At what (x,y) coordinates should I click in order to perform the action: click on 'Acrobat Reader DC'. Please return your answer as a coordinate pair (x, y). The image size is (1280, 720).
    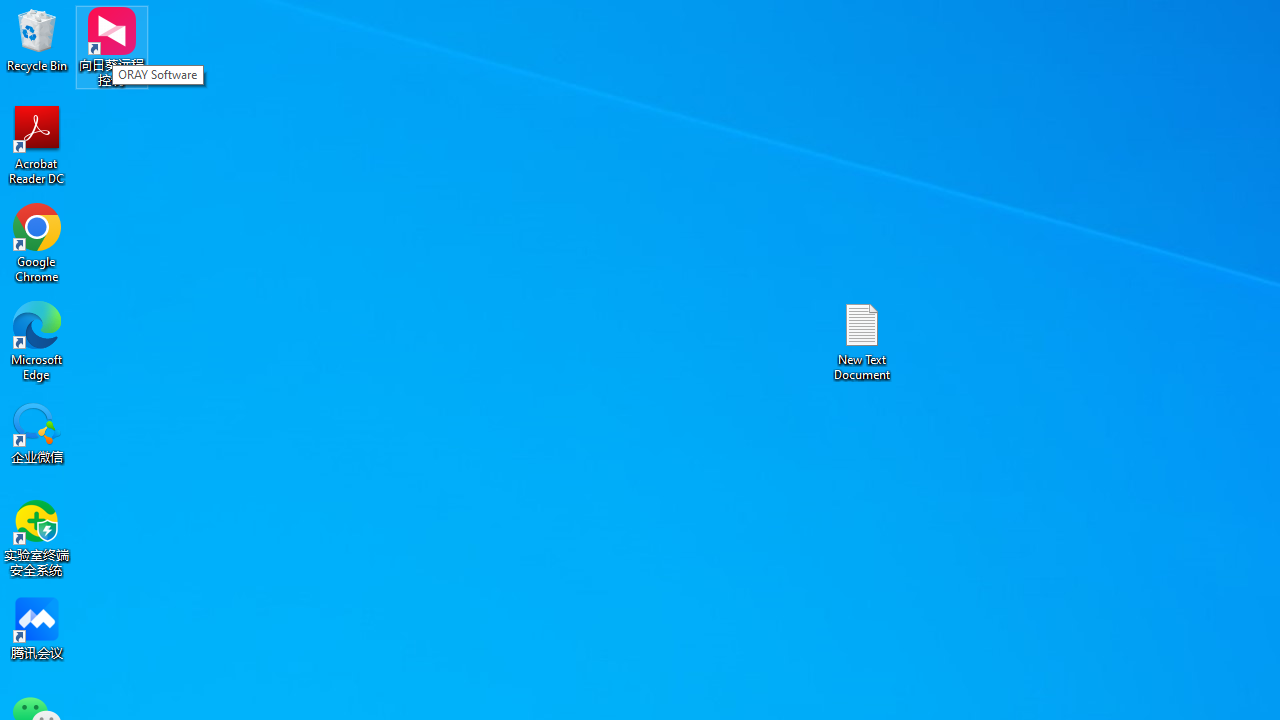
    Looking at the image, I should click on (37, 144).